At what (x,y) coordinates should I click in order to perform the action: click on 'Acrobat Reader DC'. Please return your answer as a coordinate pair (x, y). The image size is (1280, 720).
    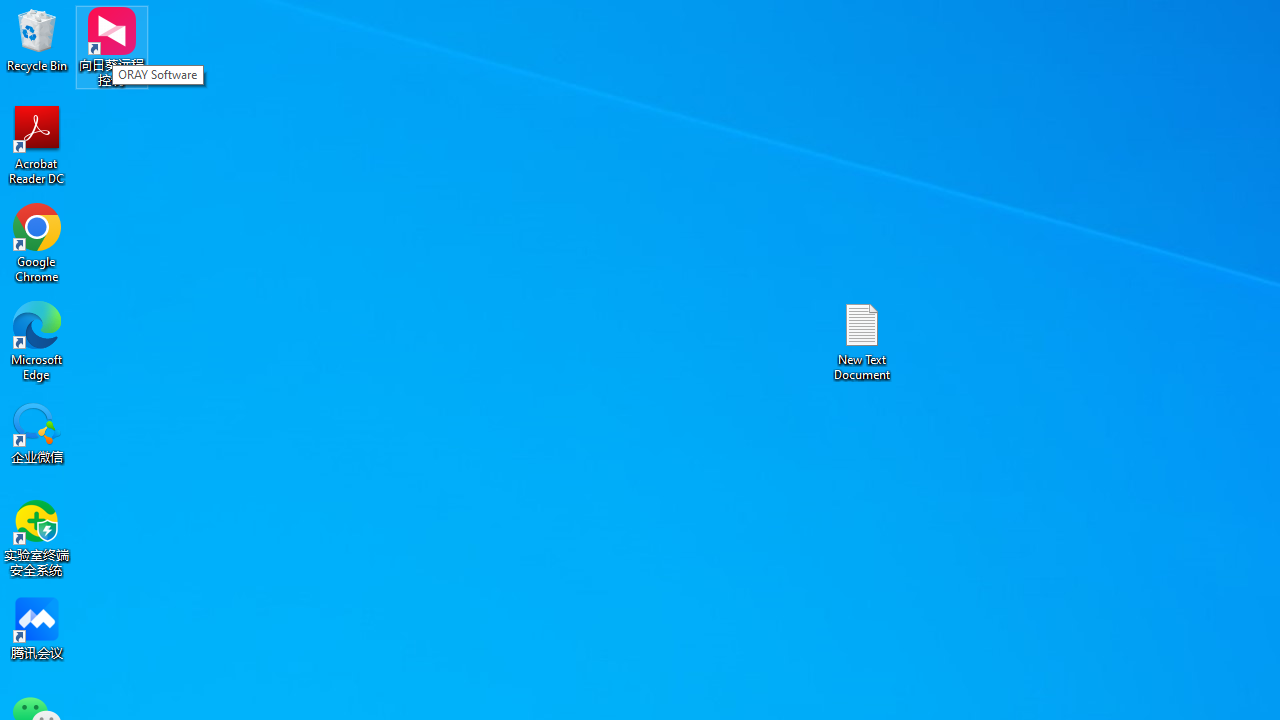
    Looking at the image, I should click on (37, 144).